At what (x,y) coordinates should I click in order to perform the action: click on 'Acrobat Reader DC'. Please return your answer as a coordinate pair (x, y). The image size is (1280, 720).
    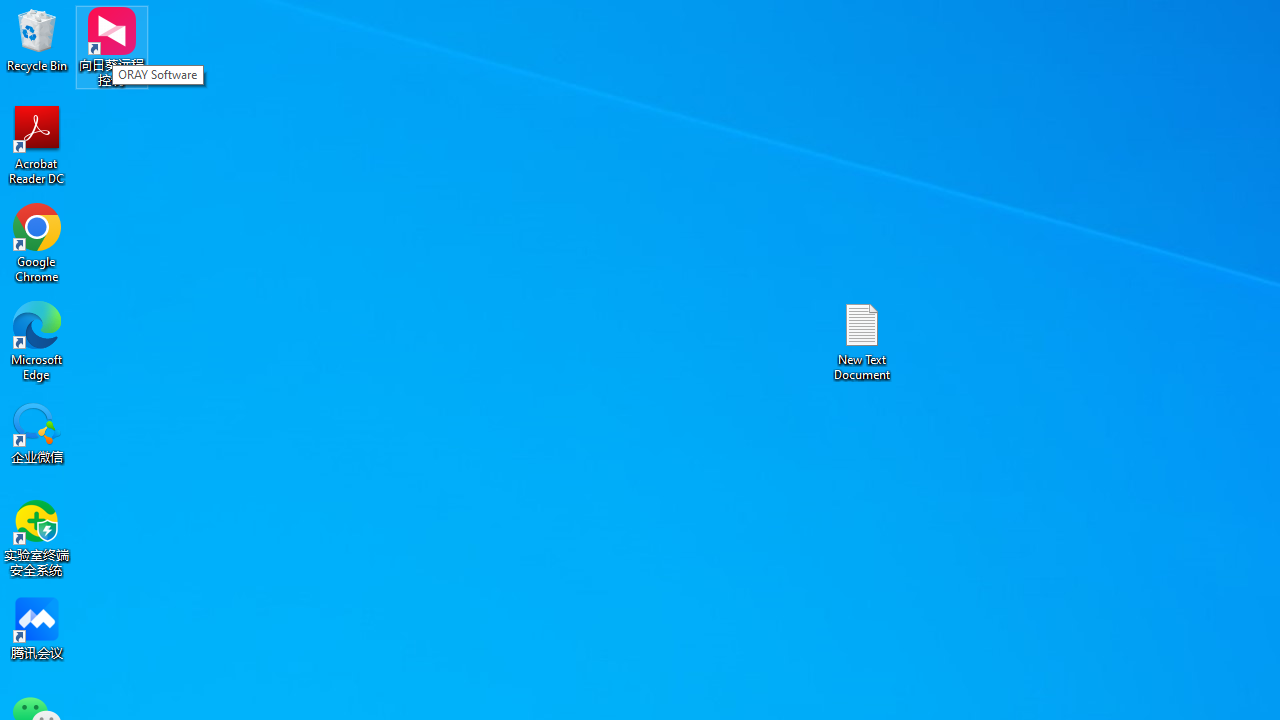
    Looking at the image, I should click on (37, 144).